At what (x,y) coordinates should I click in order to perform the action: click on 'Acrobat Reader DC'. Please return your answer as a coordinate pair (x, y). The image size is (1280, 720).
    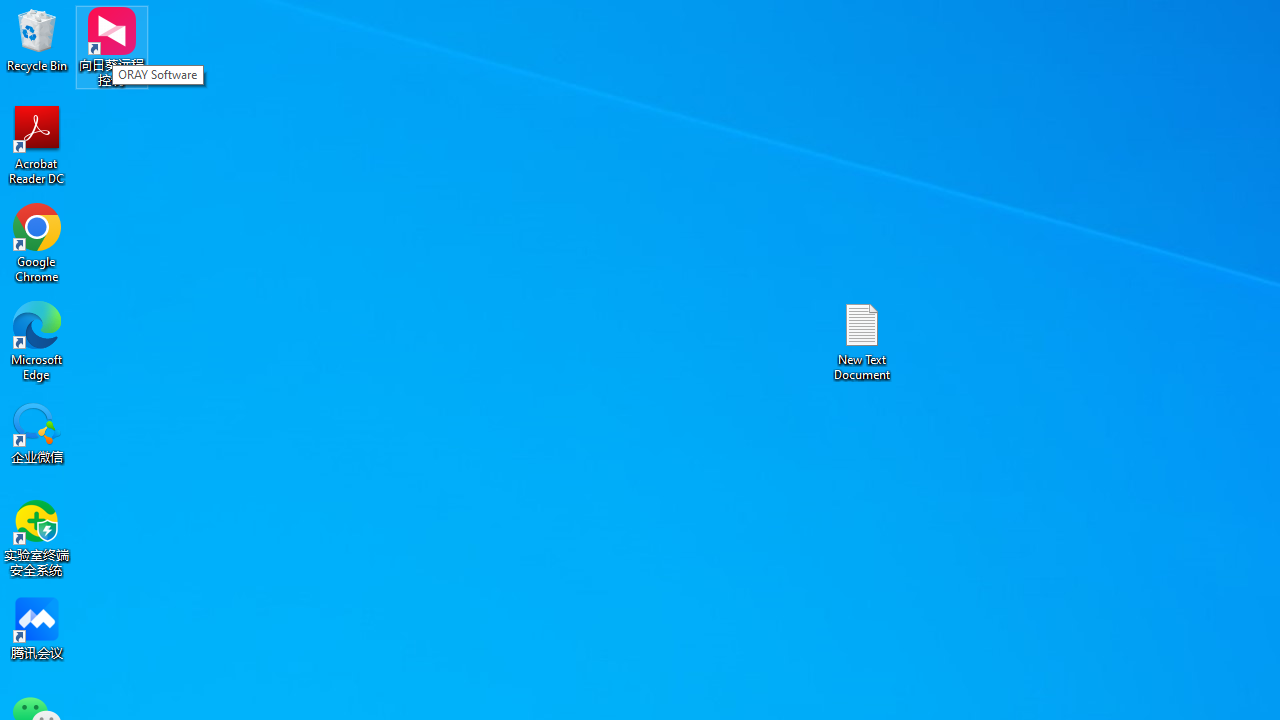
    Looking at the image, I should click on (37, 144).